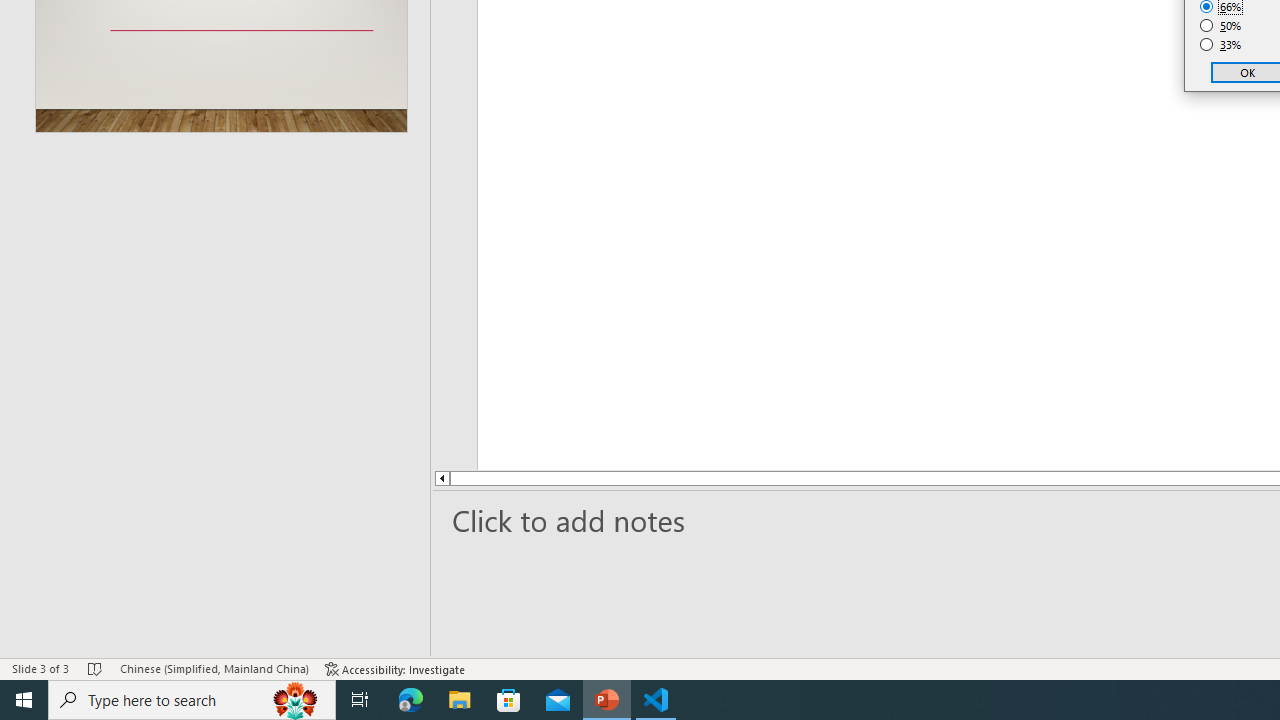  What do you see at coordinates (459, 698) in the screenshot?
I see `'File Explorer'` at bounding box center [459, 698].